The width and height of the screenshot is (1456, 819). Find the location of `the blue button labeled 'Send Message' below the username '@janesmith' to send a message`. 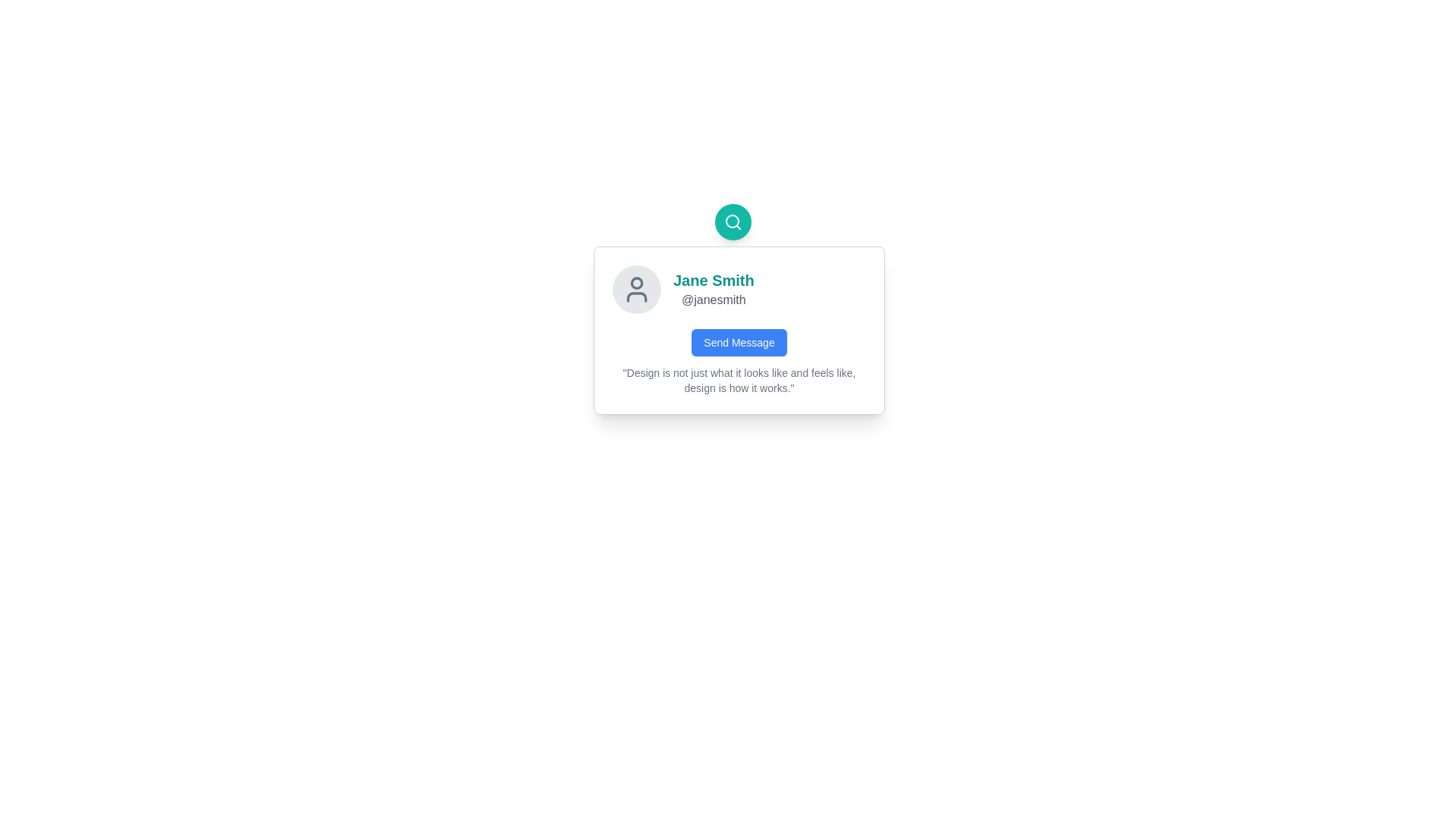

the blue button labeled 'Send Message' below the username '@janesmith' to send a message is located at coordinates (739, 342).